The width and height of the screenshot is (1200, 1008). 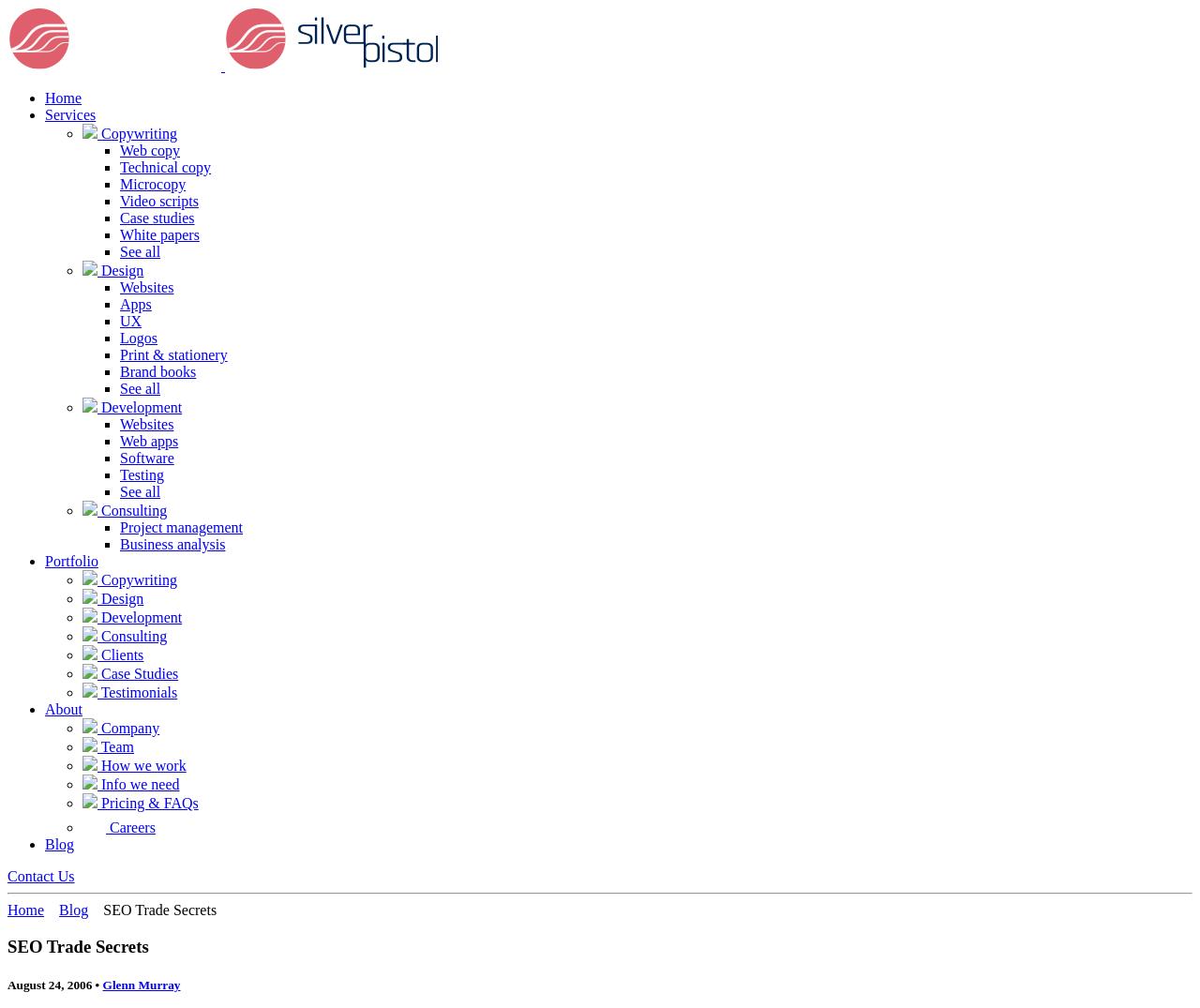 I want to click on 'Team', so click(x=114, y=745).